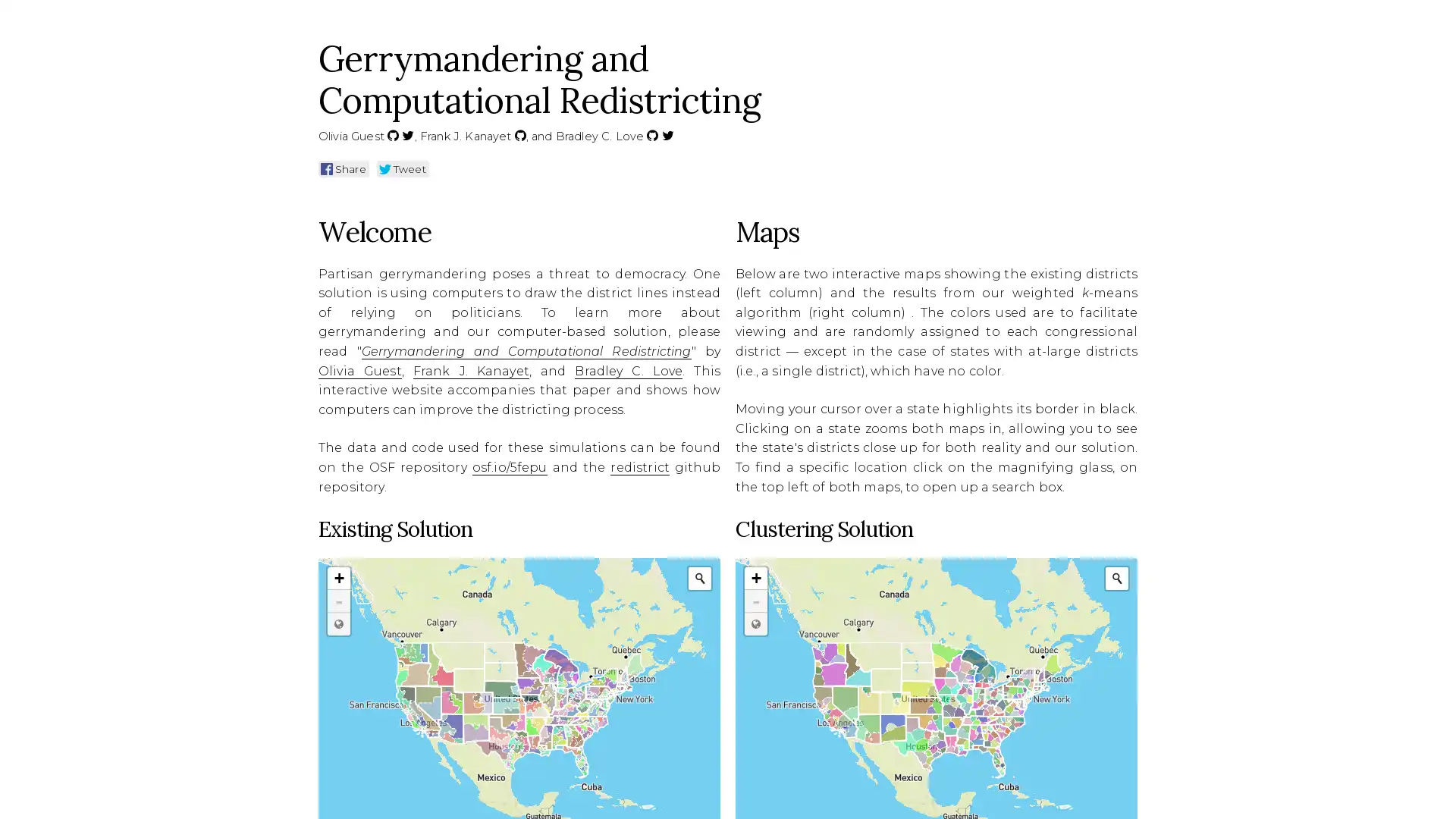  I want to click on Zoom min, so click(337, 623).